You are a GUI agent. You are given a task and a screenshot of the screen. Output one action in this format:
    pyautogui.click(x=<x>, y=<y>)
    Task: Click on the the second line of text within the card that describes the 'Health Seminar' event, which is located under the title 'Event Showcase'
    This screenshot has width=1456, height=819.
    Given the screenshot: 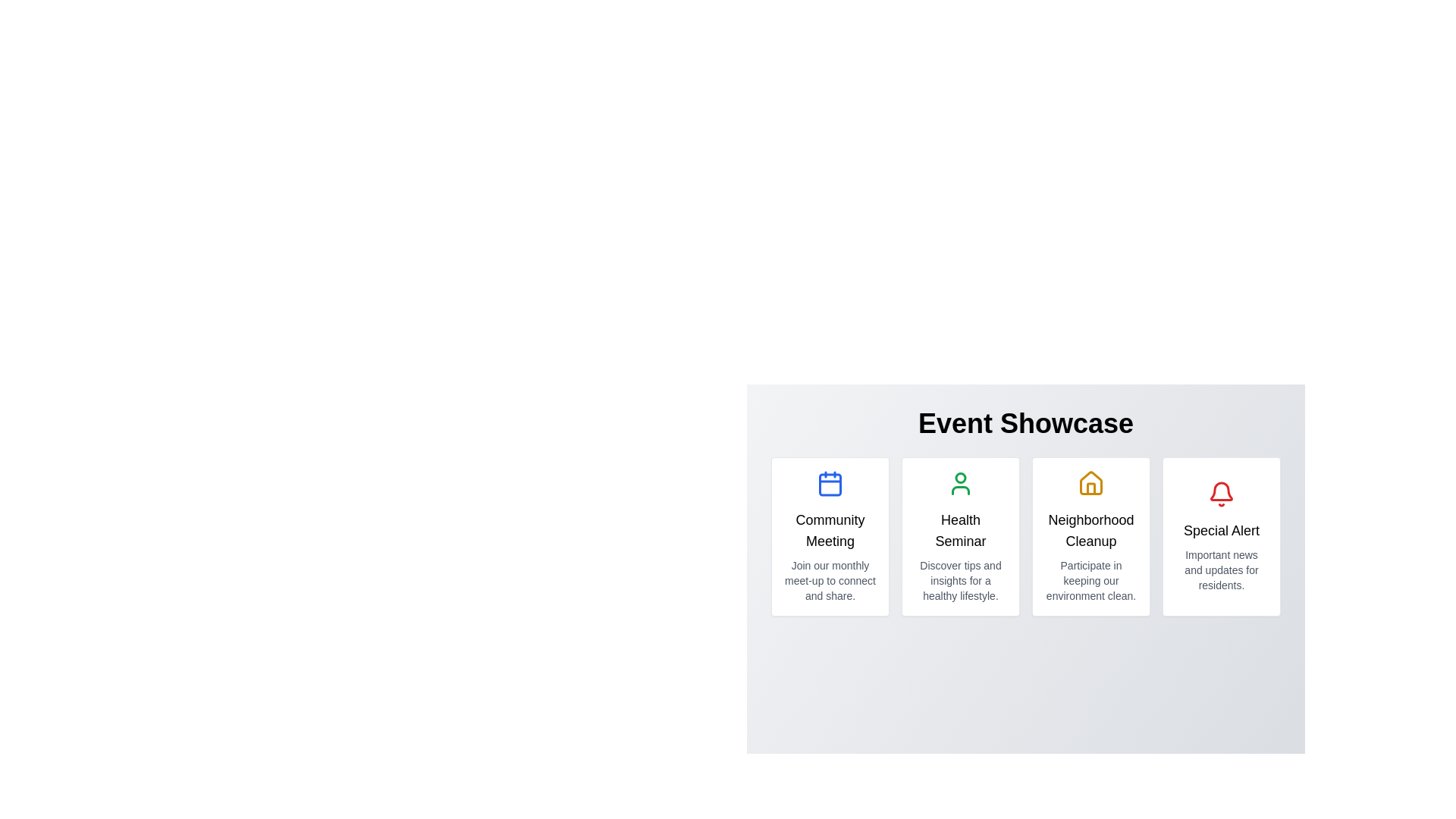 What is the action you would take?
    pyautogui.click(x=960, y=580)
    